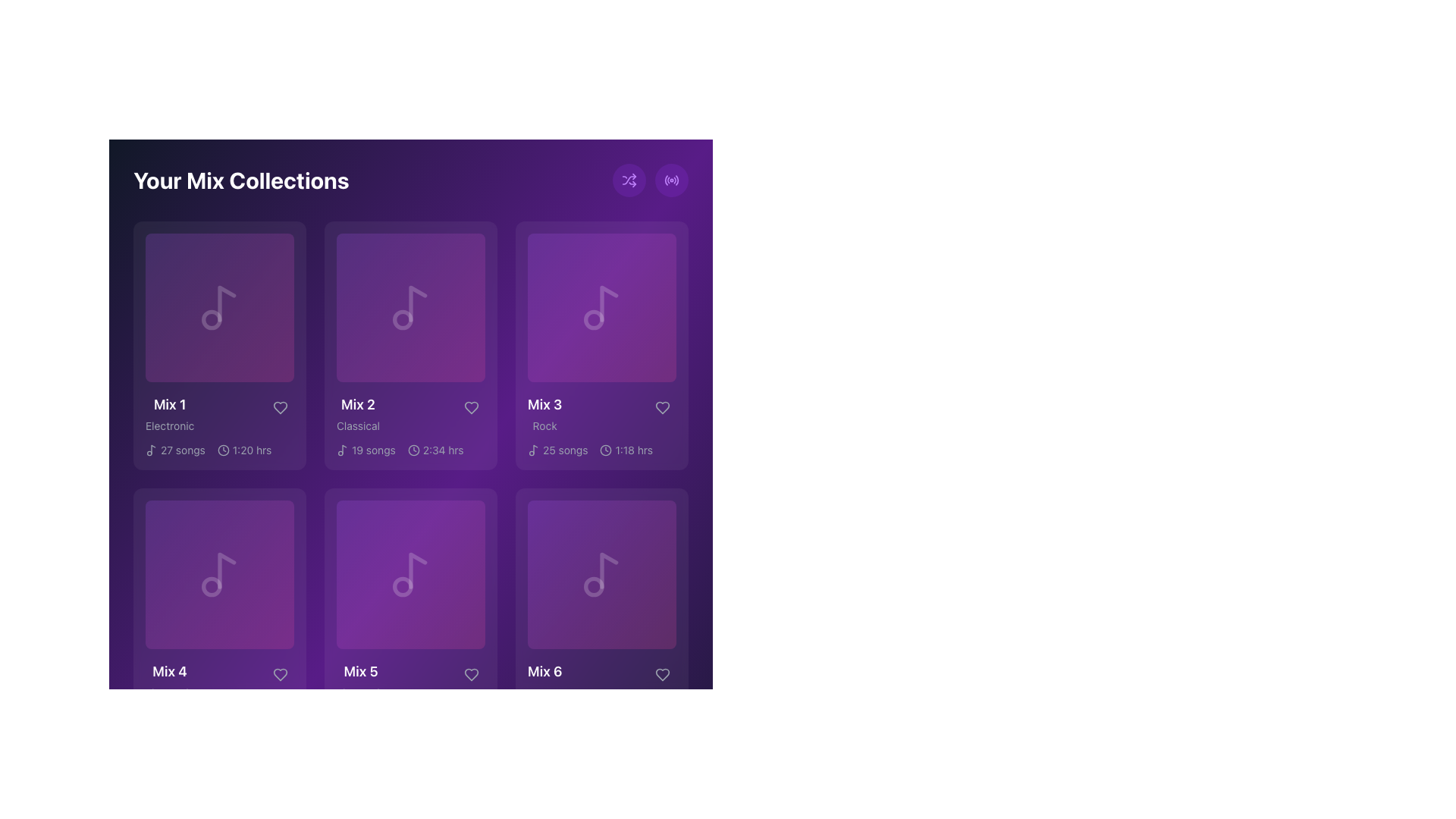 The image size is (1456, 819). Describe the element at coordinates (435, 450) in the screenshot. I see `the Label with Icon displaying '2:34 hrs' which is styled with a small font and aligned within its group, located in the second column of a grid layout` at that location.